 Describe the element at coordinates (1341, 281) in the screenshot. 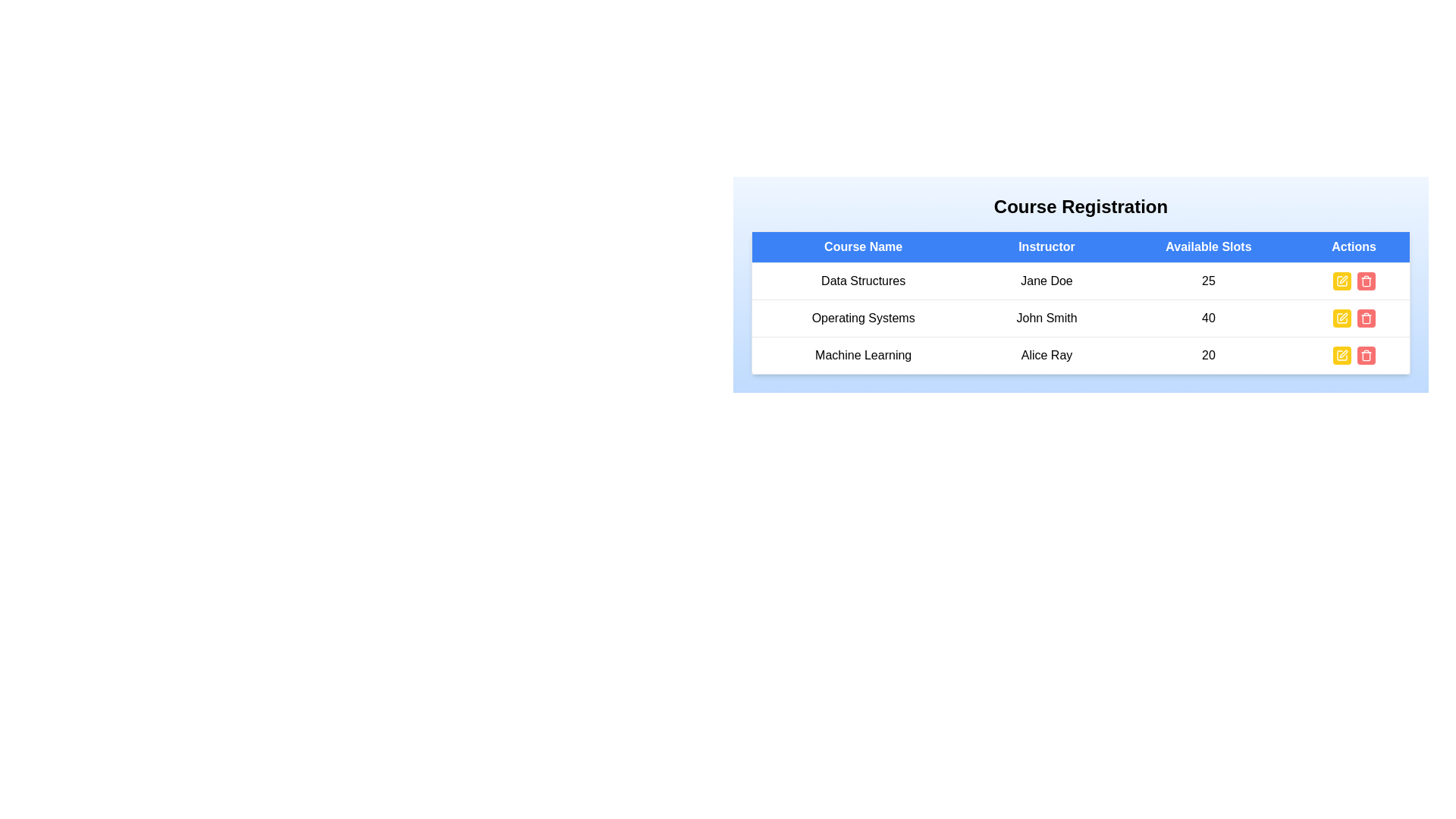

I see `edit button for the course Data Structures` at that location.